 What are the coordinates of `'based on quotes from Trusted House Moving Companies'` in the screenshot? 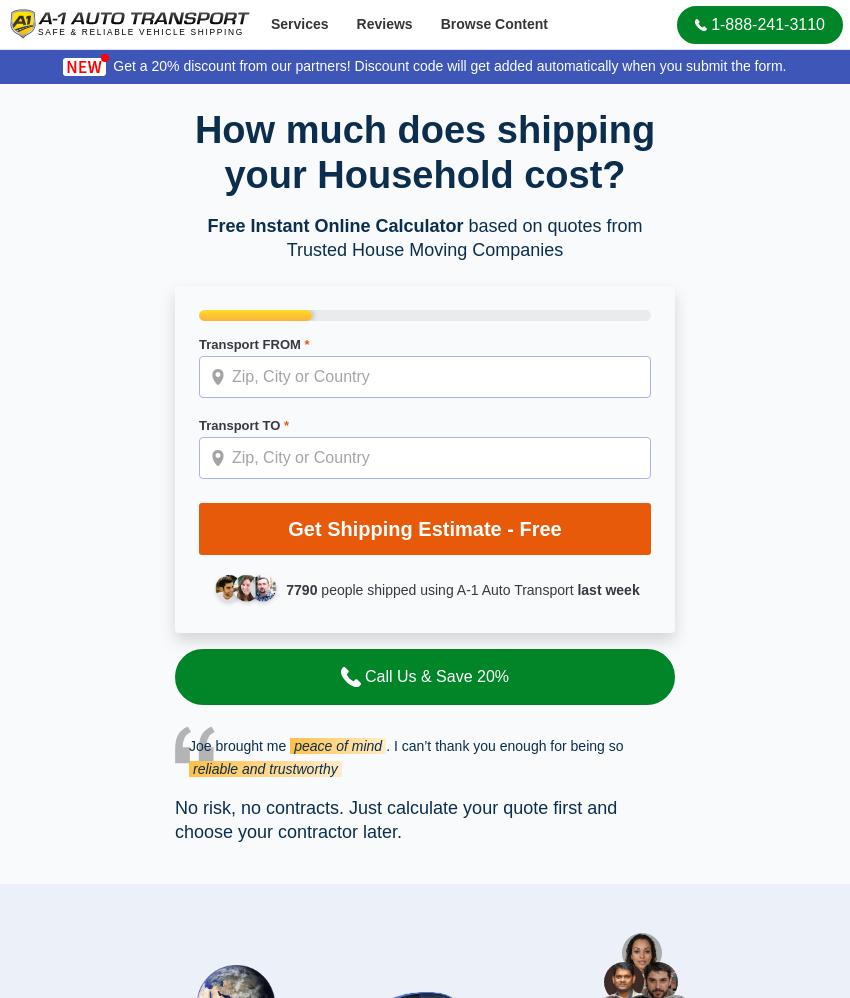 It's located at (463, 238).